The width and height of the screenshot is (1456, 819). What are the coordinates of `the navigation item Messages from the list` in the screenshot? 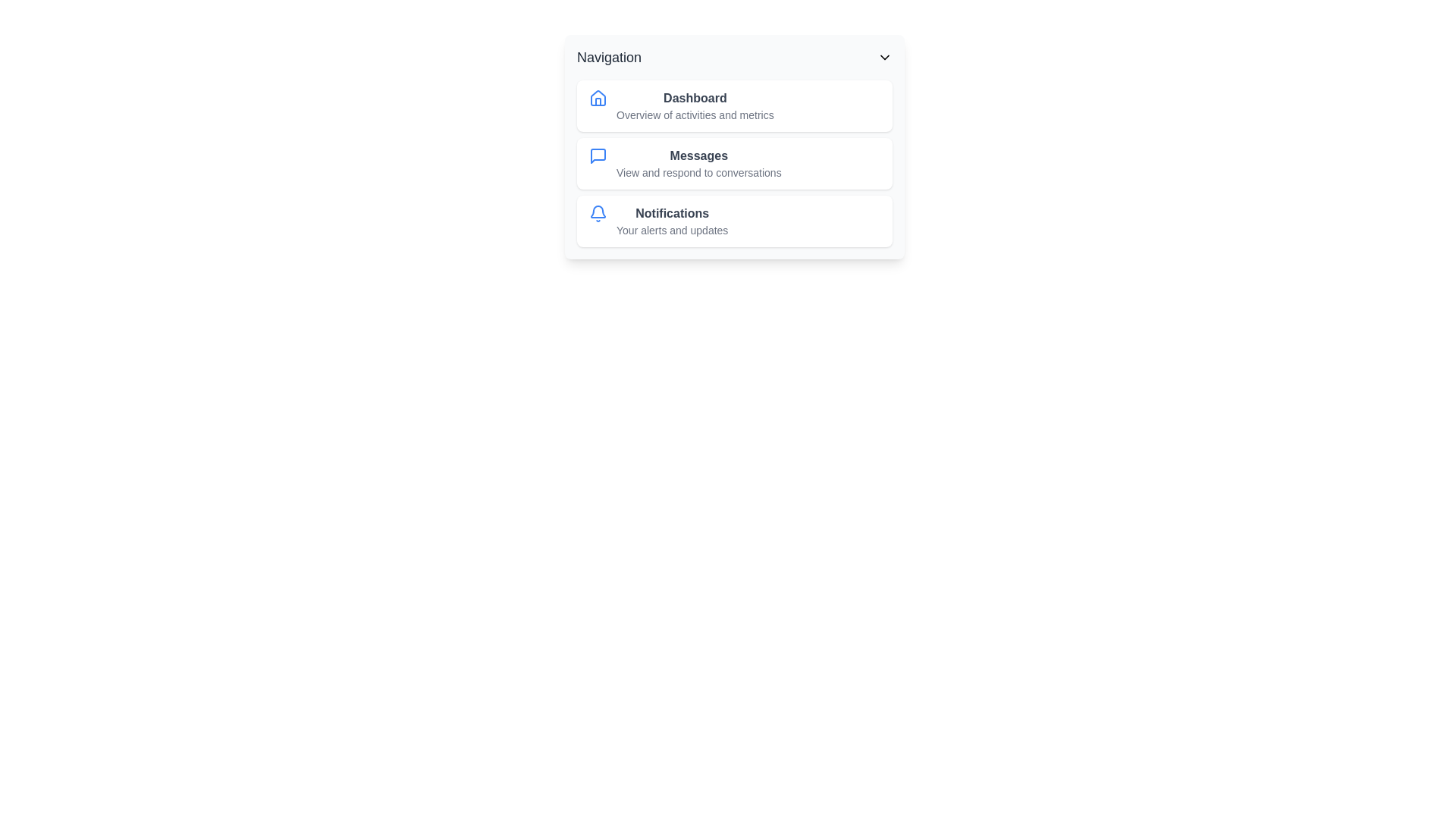 It's located at (735, 164).